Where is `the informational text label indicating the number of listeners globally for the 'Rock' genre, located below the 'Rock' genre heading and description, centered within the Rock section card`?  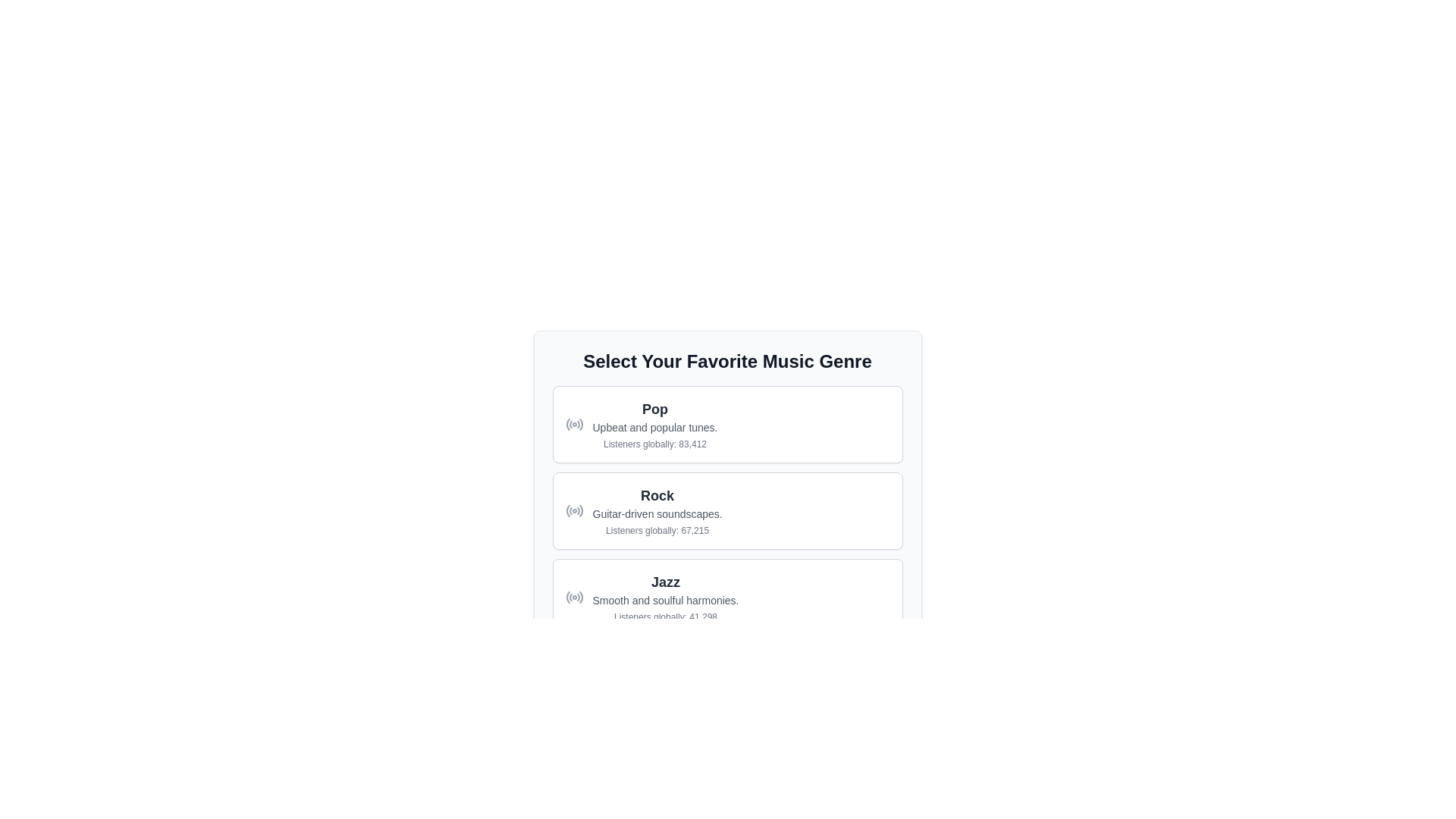
the informational text label indicating the number of listeners globally for the 'Rock' genre, located below the 'Rock' genre heading and description, centered within the Rock section card is located at coordinates (657, 529).